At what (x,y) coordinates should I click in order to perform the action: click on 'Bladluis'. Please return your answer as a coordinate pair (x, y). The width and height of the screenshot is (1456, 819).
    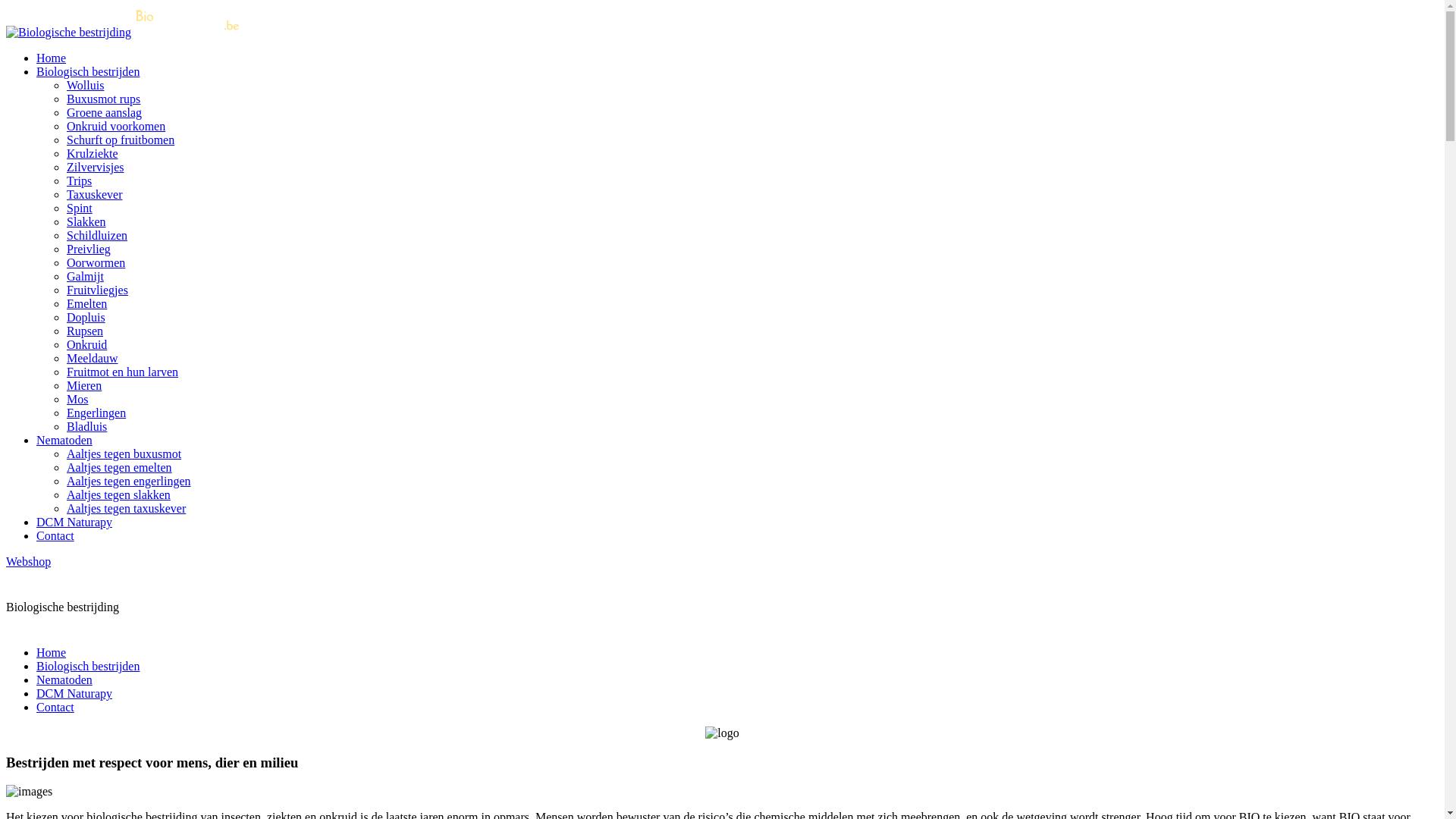
    Looking at the image, I should click on (86, 426).